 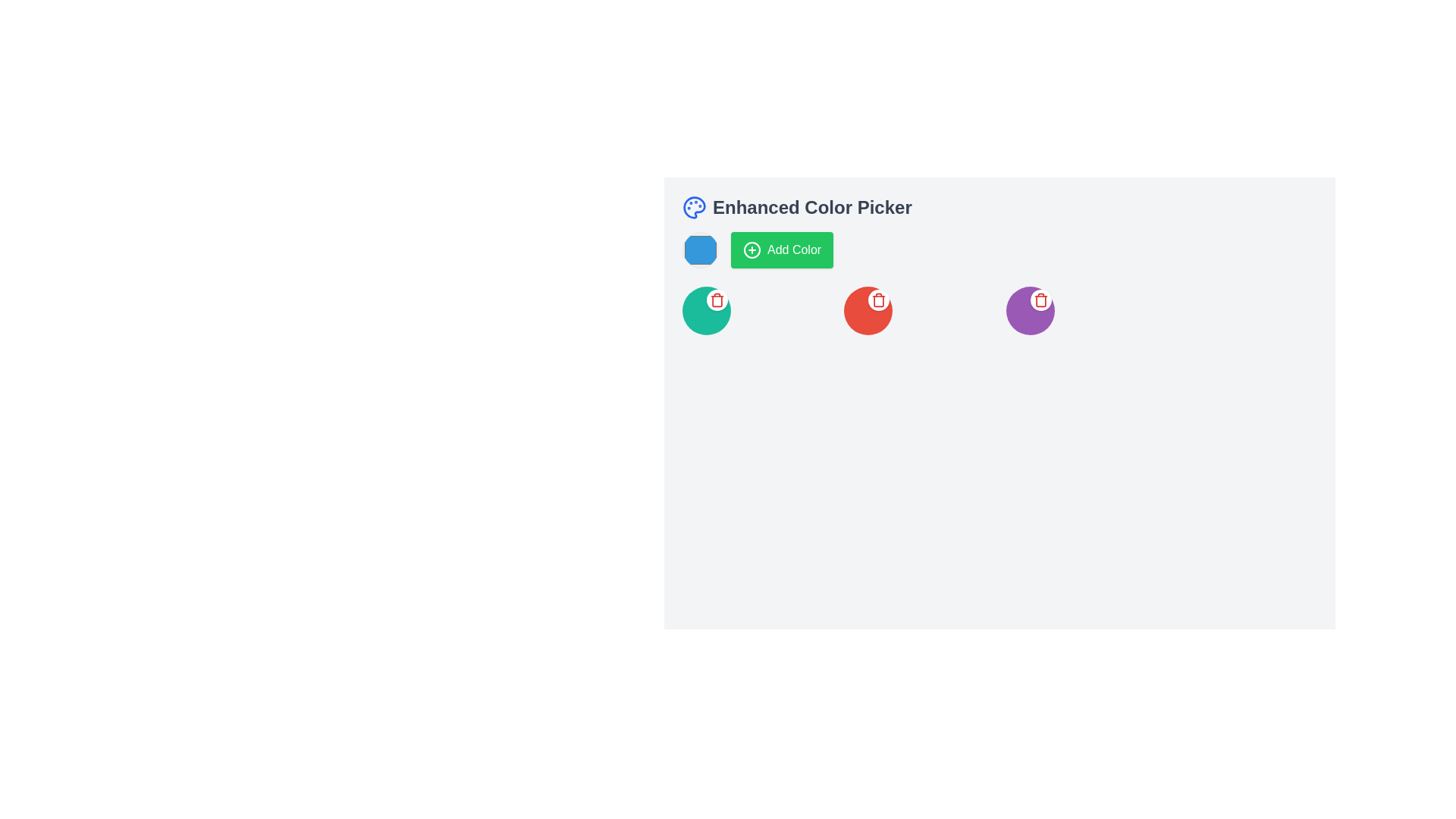 I want to click on the round delete button with a trash can icon, which is white with a red border, located at the top-right side of the purple circular area, so click(x=1040, y=300).